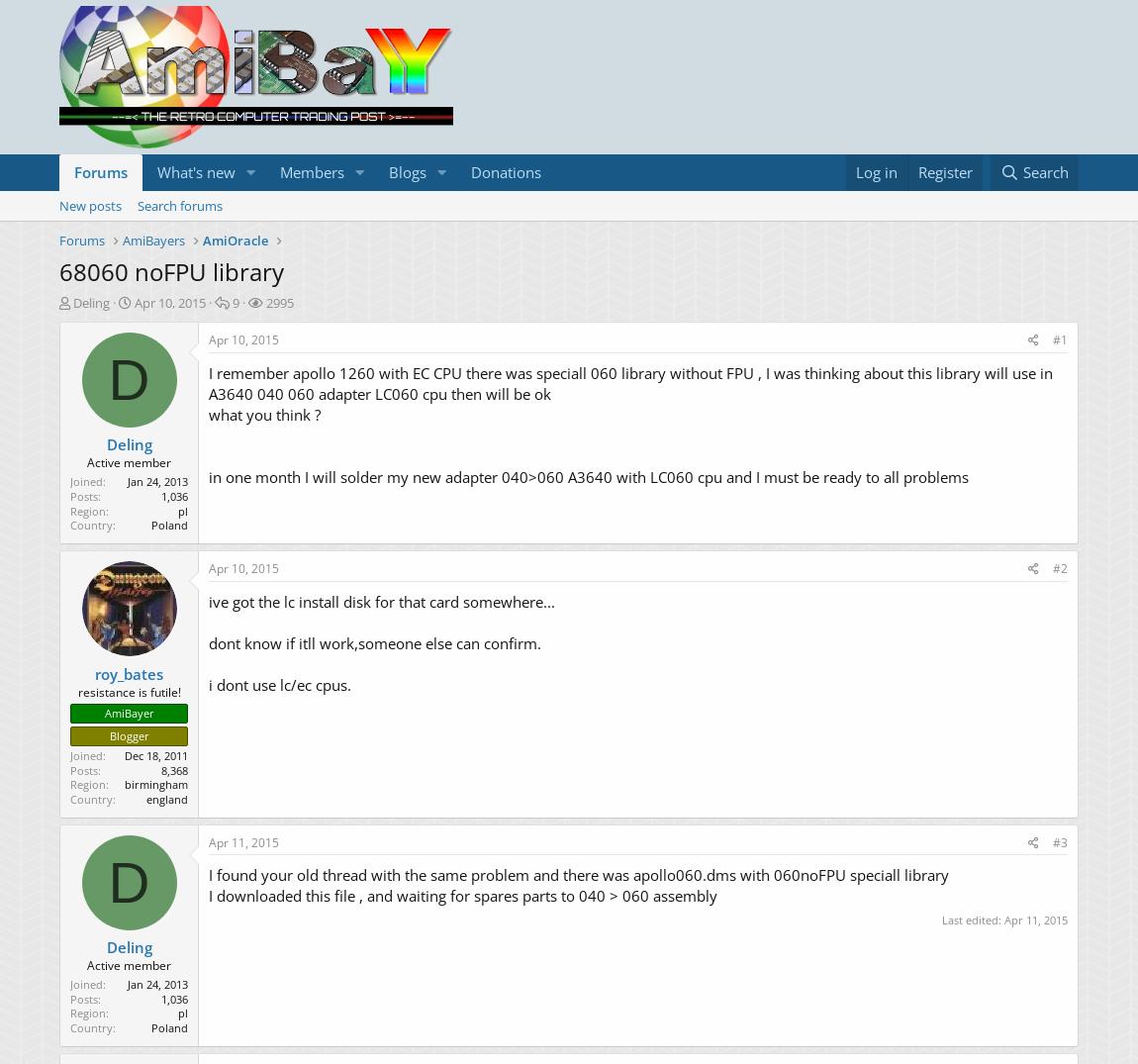  What do you see at coordinates (1060, 841) in the screenshot?
I see `'#3'` at bounding box center [1060, 841].